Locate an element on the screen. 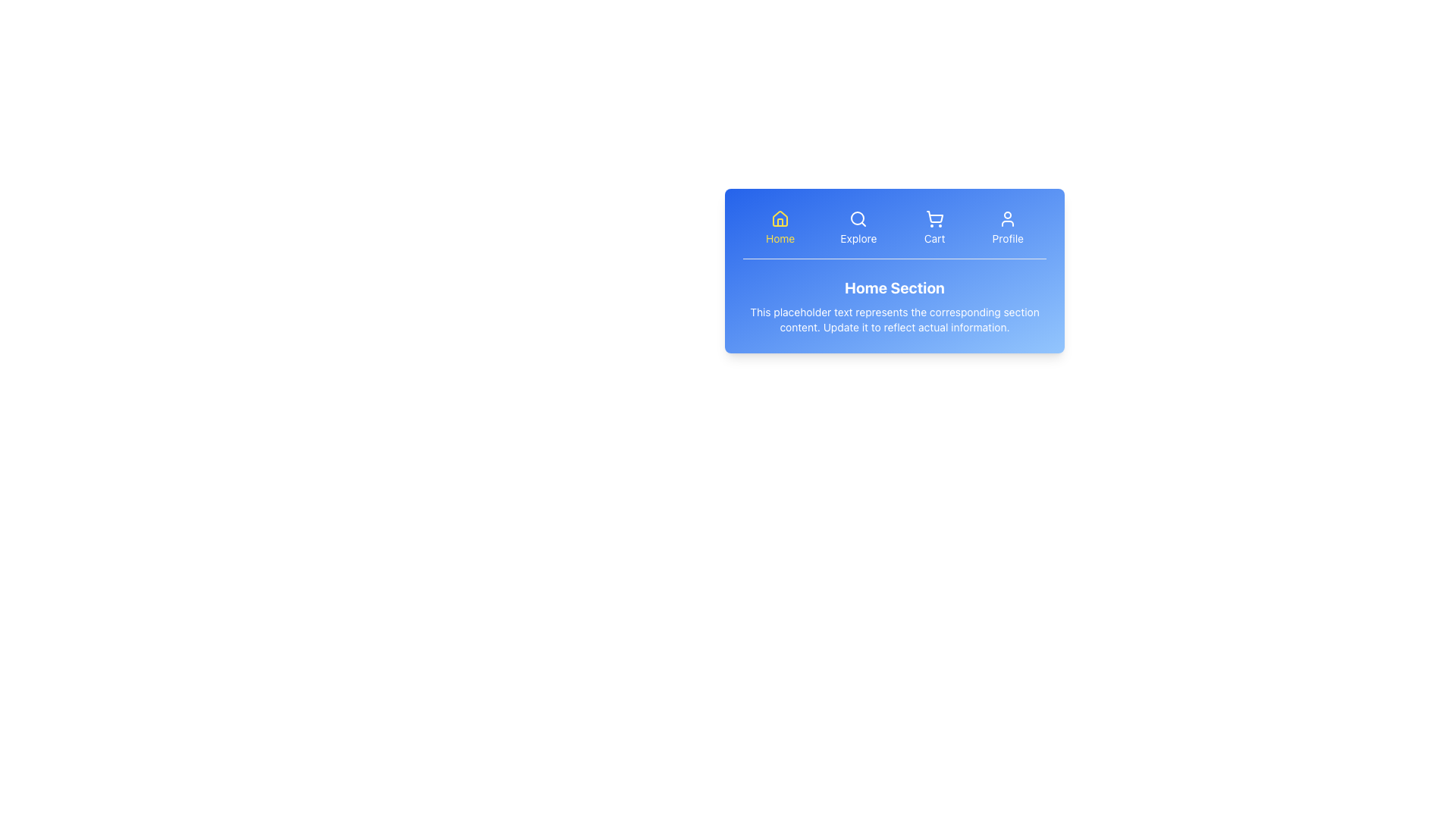 This screenshot has height=819, width=1456. the house icon in the navigation bar is located at coordinates (780, 219).